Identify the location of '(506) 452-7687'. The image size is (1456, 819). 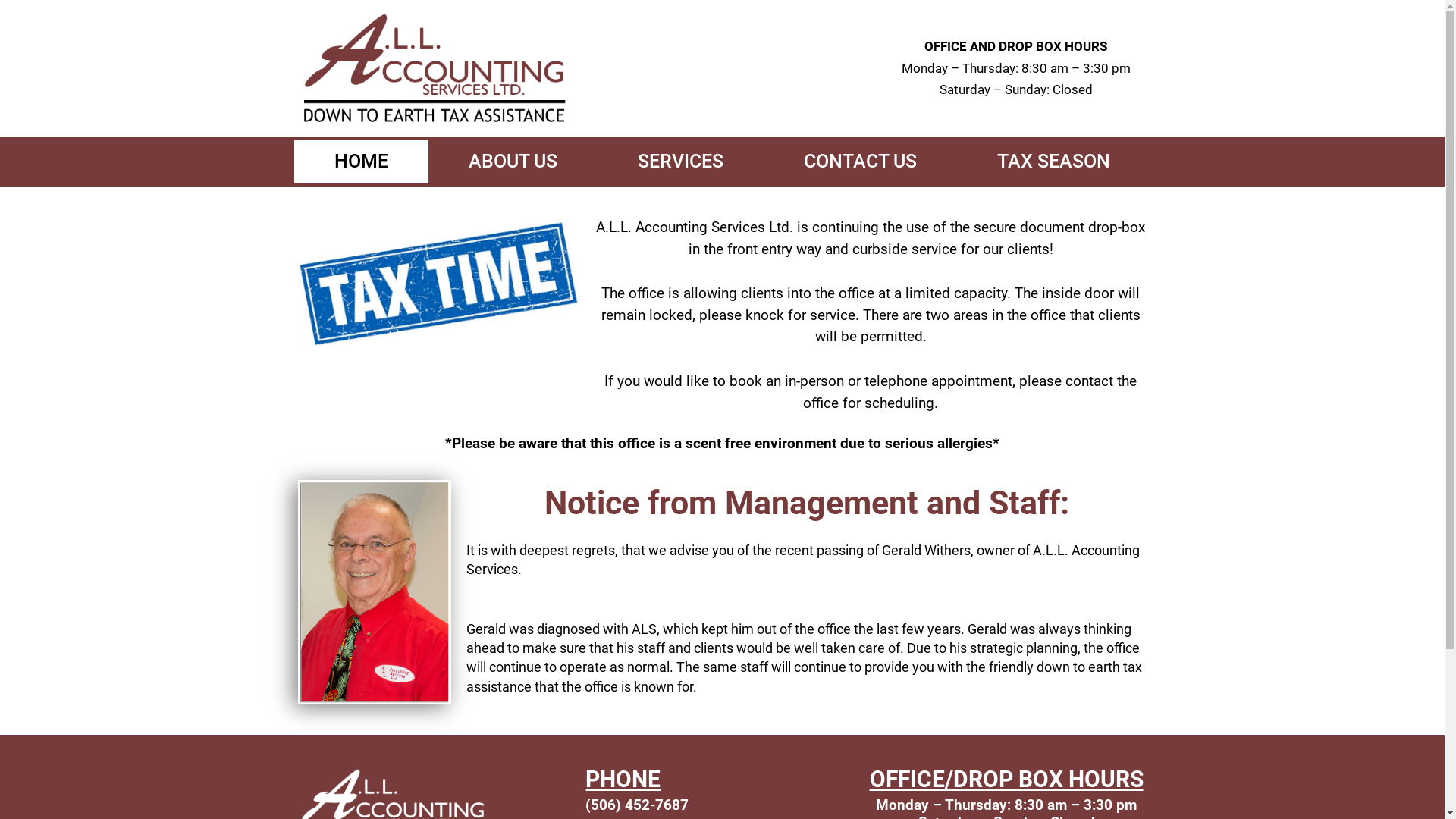
(637, 804).